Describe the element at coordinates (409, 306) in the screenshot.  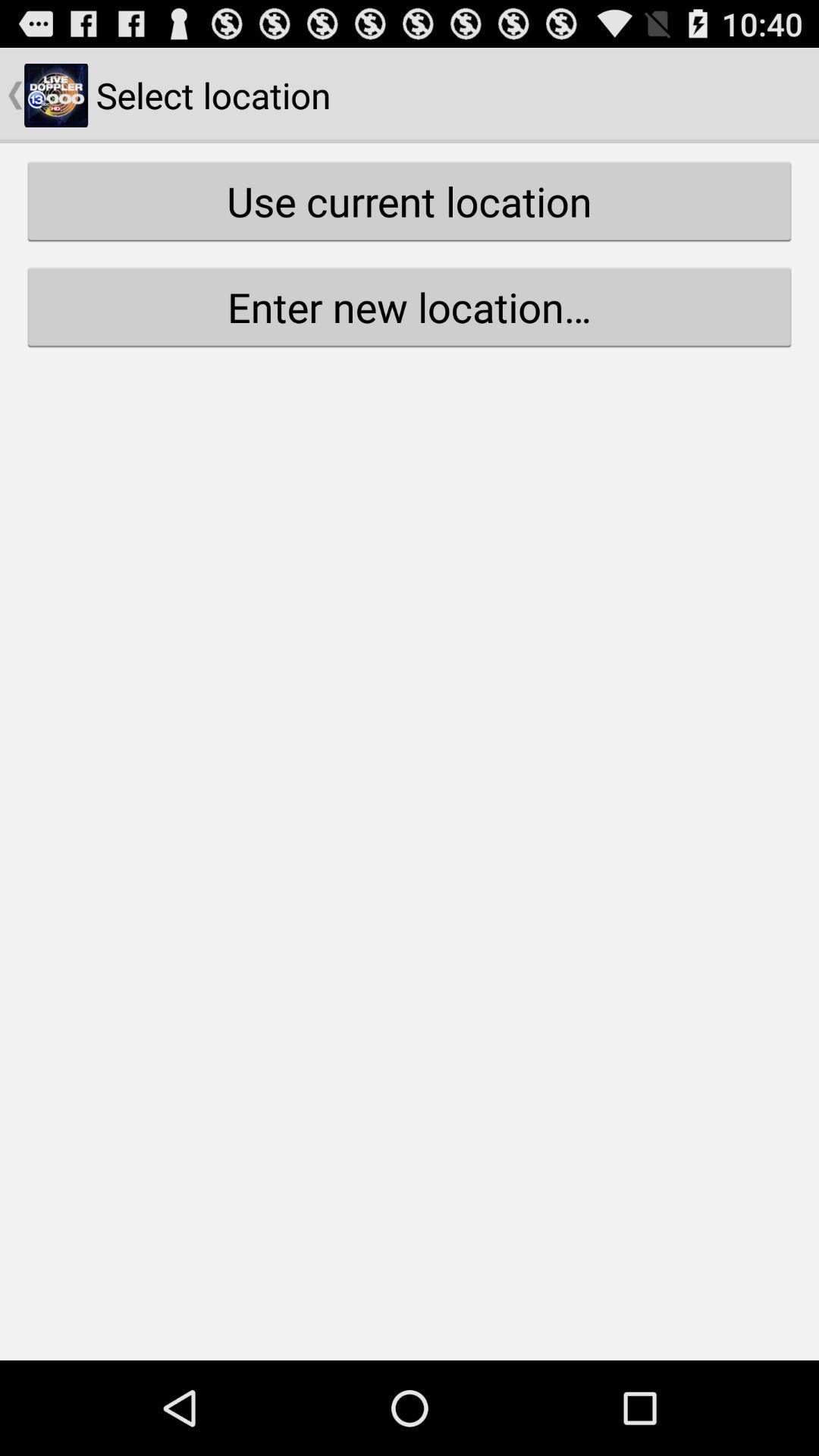
I see `the button below use current location icon` at that location.